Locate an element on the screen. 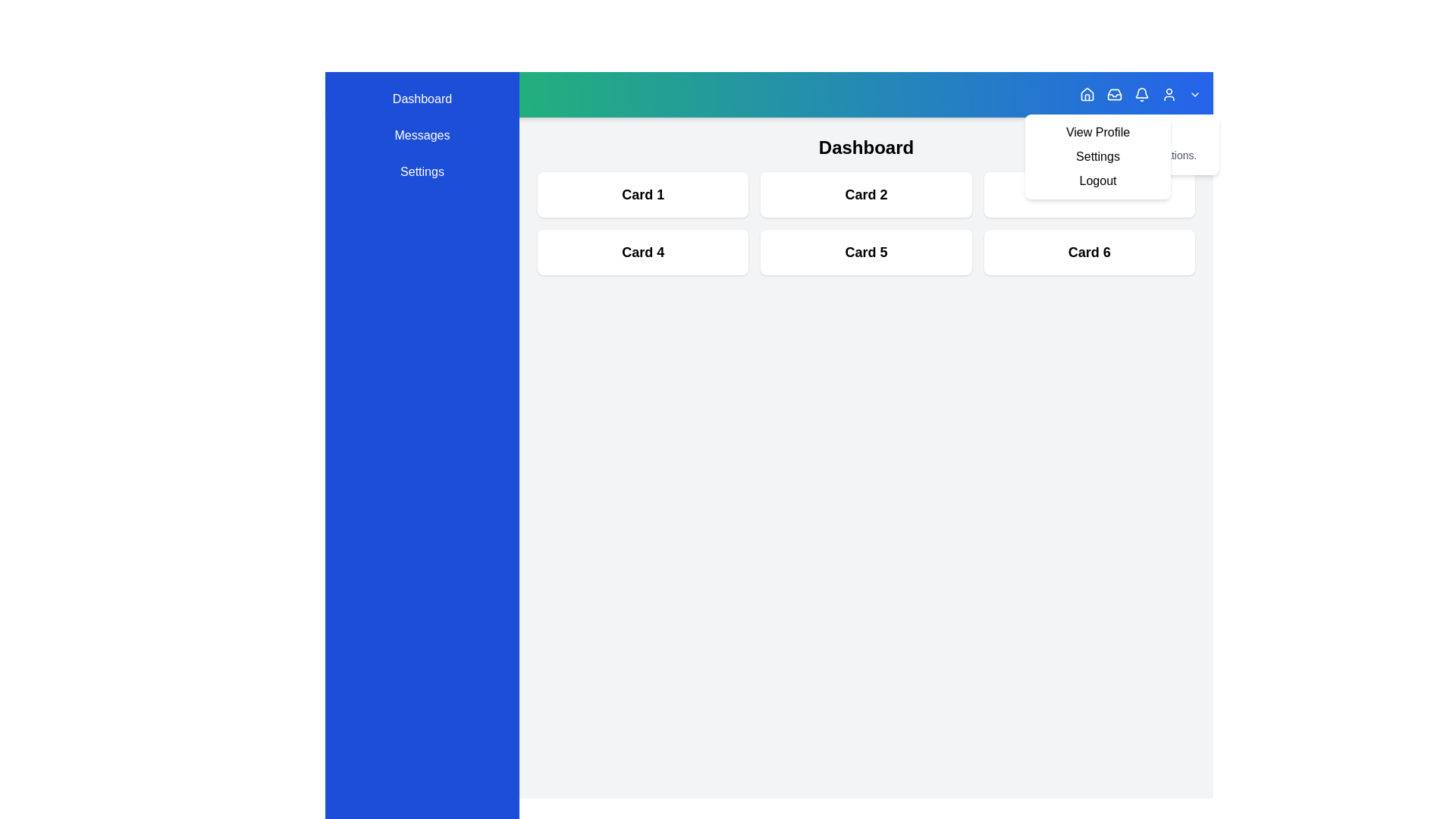 The height and width of the screenshot is (819, 1456). the static text label displaying 'Card 2', which is located at the center of the second card in the top row of the card grid is located at coordinates (866, 194).